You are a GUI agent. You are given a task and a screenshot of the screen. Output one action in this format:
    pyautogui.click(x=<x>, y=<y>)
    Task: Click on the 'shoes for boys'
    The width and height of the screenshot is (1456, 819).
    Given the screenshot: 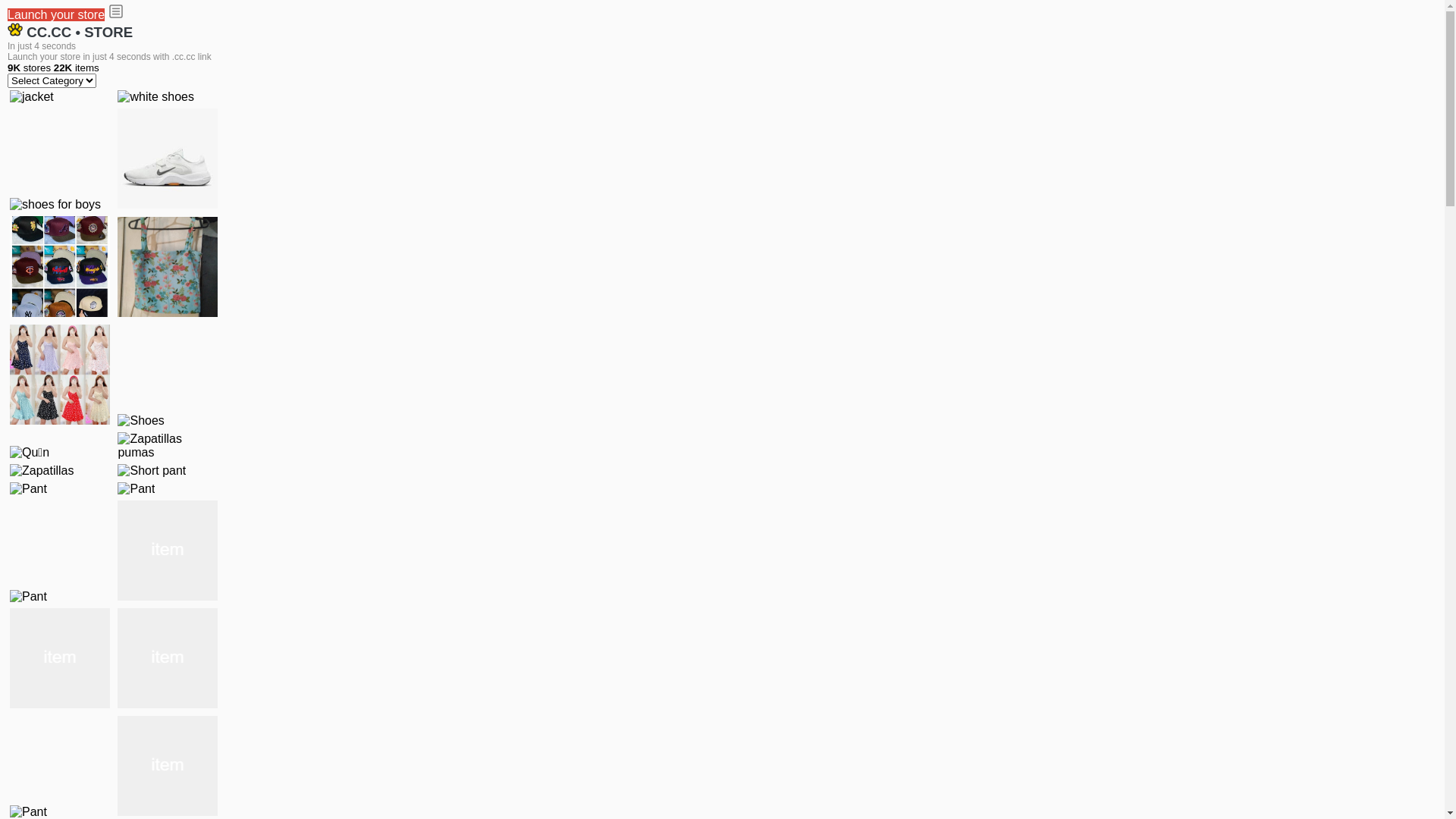 What is the action you would take?
    pyautogui.click(x=55, y=205)
    